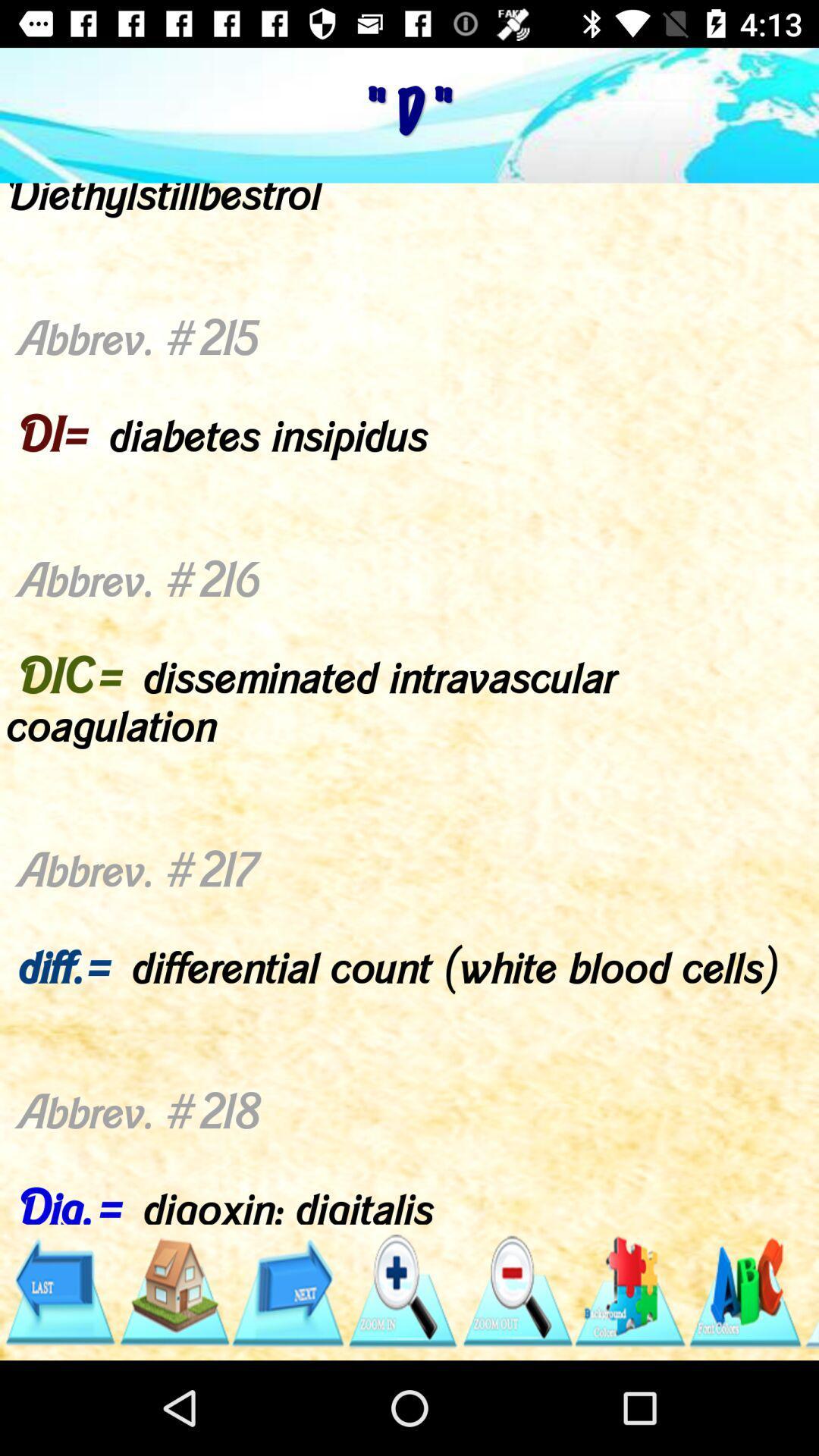 The height and width of the screenshot is (1456, 819). I want to click on go back, so click(58, 1291).